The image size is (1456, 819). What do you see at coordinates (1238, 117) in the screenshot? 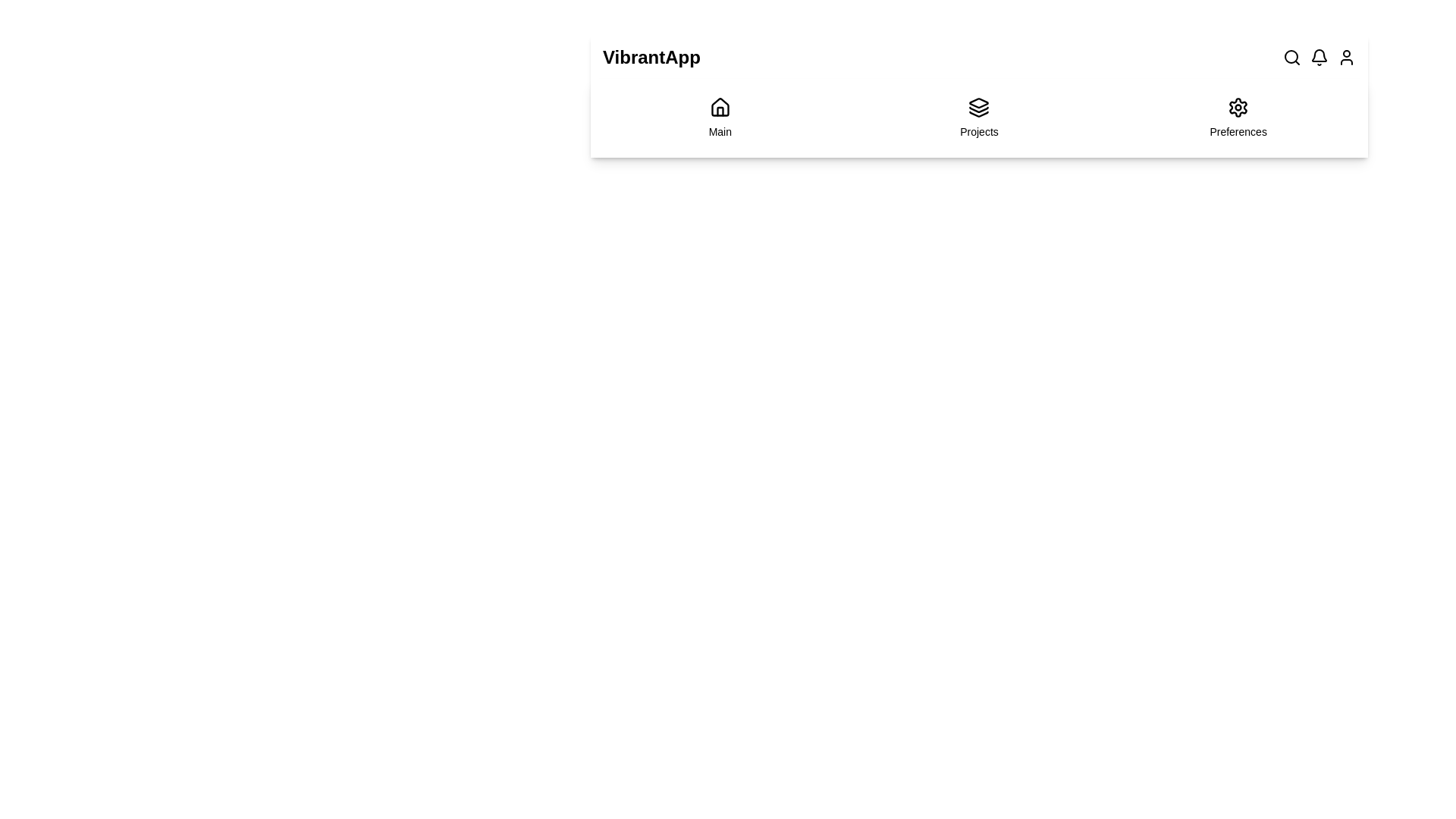
I see `the Preferences navigation item to access preferences` at bounding box center [1238, 117].